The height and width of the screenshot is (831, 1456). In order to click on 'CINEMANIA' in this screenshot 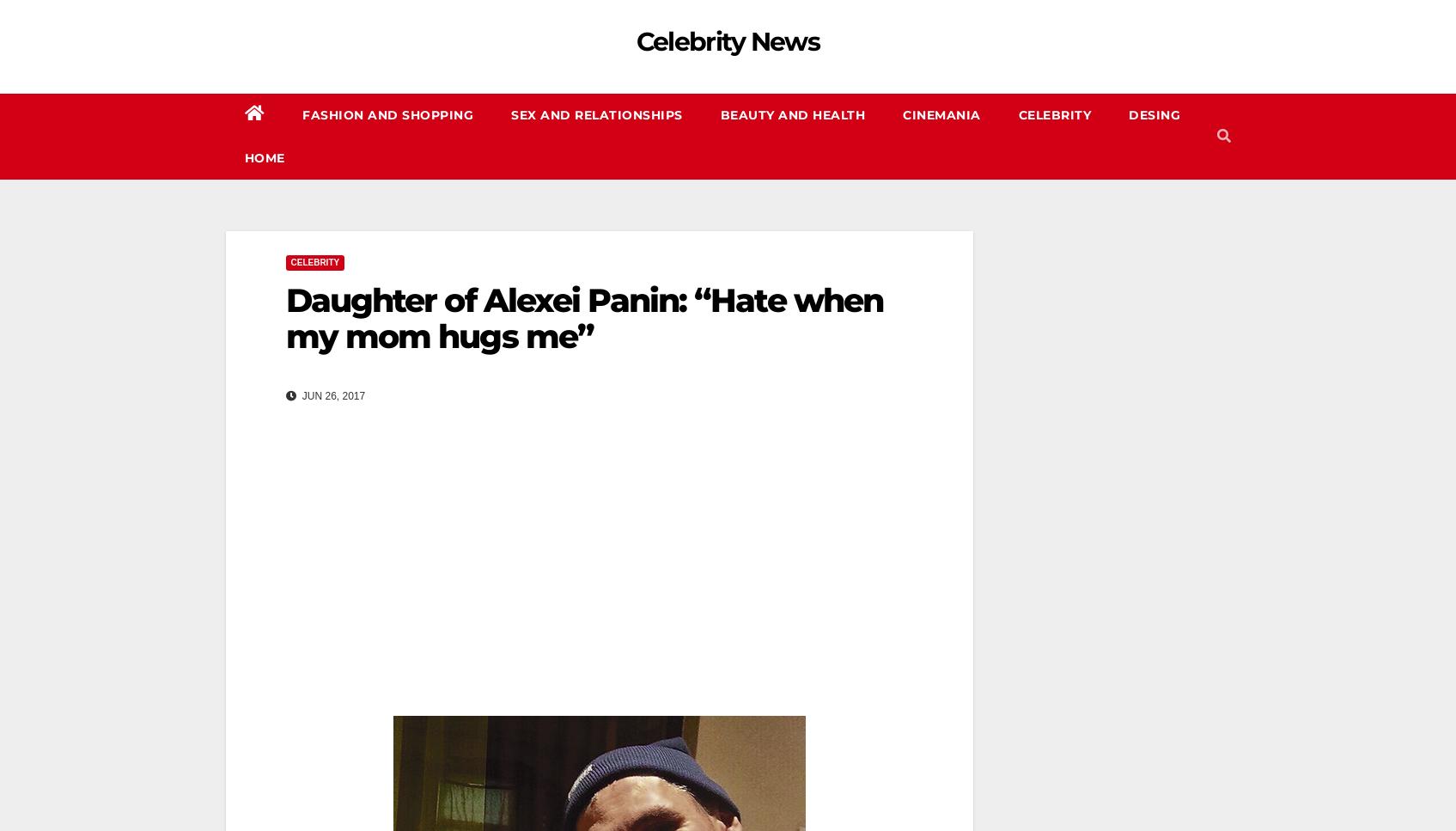, I will do `click(941, 114)`.